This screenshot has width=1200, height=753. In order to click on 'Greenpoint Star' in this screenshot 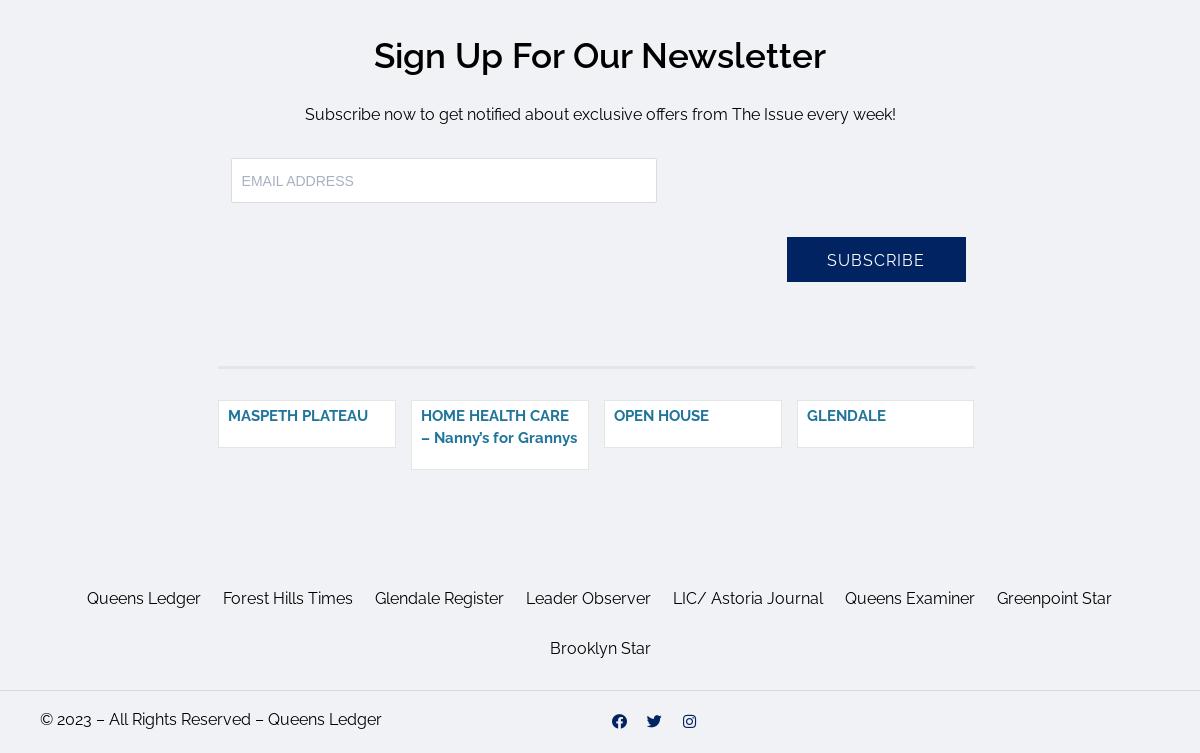, I will do `click(1053, 597)`.